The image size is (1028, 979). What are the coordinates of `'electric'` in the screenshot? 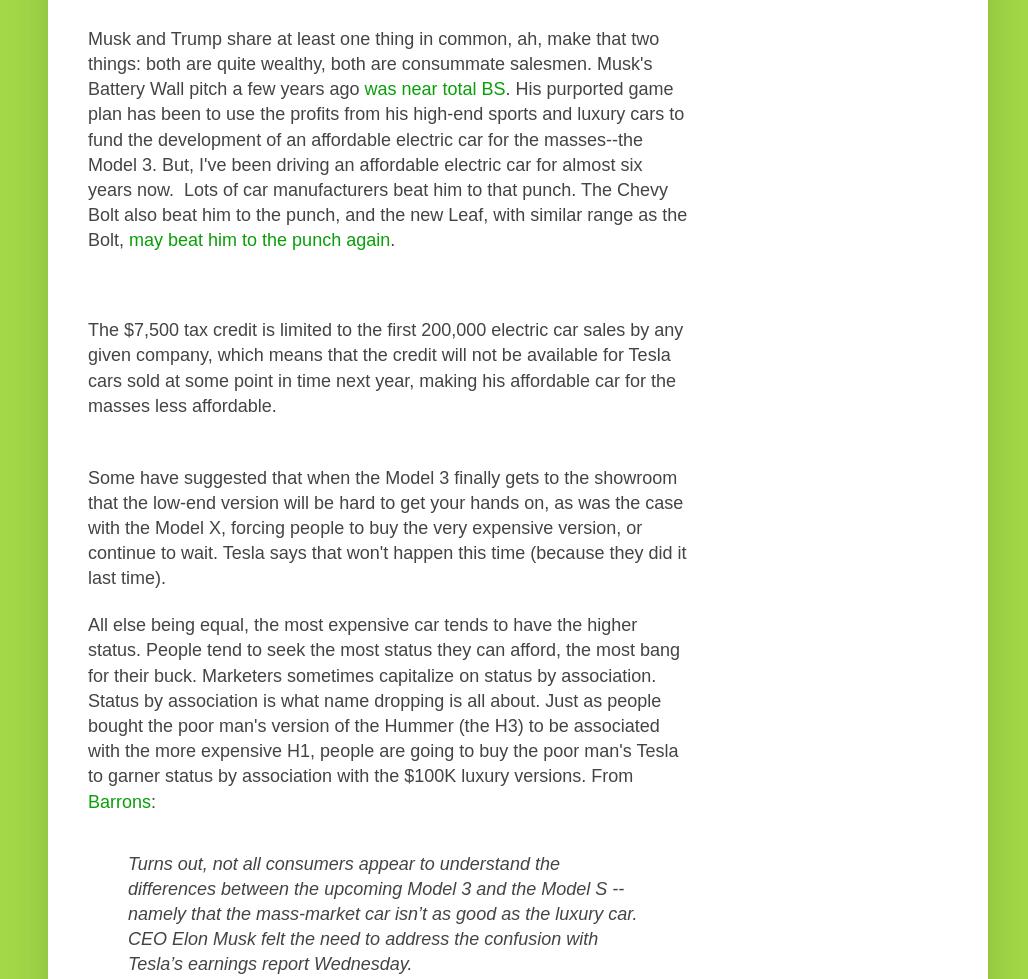 It's located at (522, 330).